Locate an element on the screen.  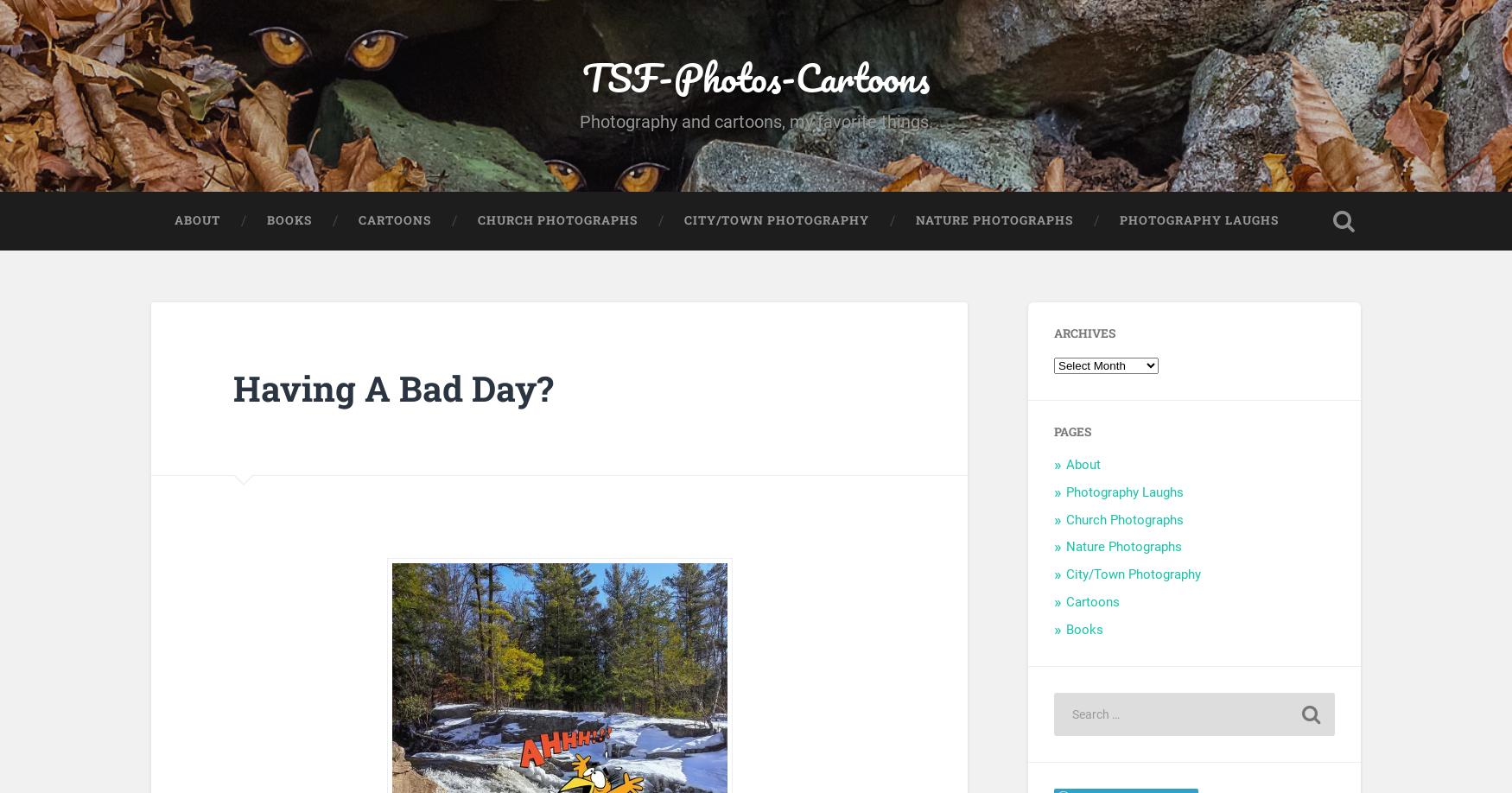
'Church Photographs' is located at coordinates (1124, 518).